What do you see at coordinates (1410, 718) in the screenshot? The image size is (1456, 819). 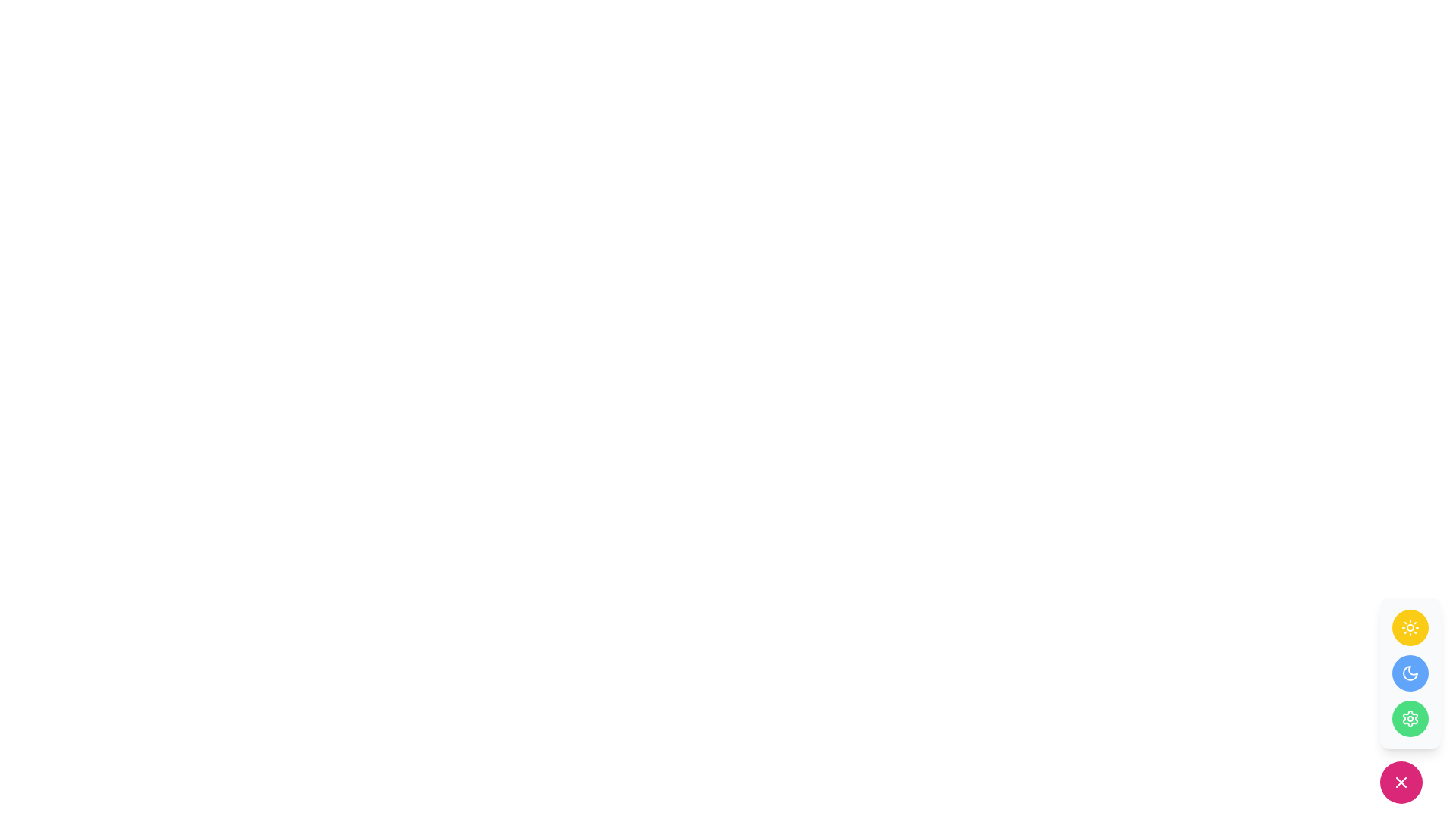 I see `the settings icon button located between the crescent moon icon and the 'X' symbol button` at bounding box center [1410, 718].